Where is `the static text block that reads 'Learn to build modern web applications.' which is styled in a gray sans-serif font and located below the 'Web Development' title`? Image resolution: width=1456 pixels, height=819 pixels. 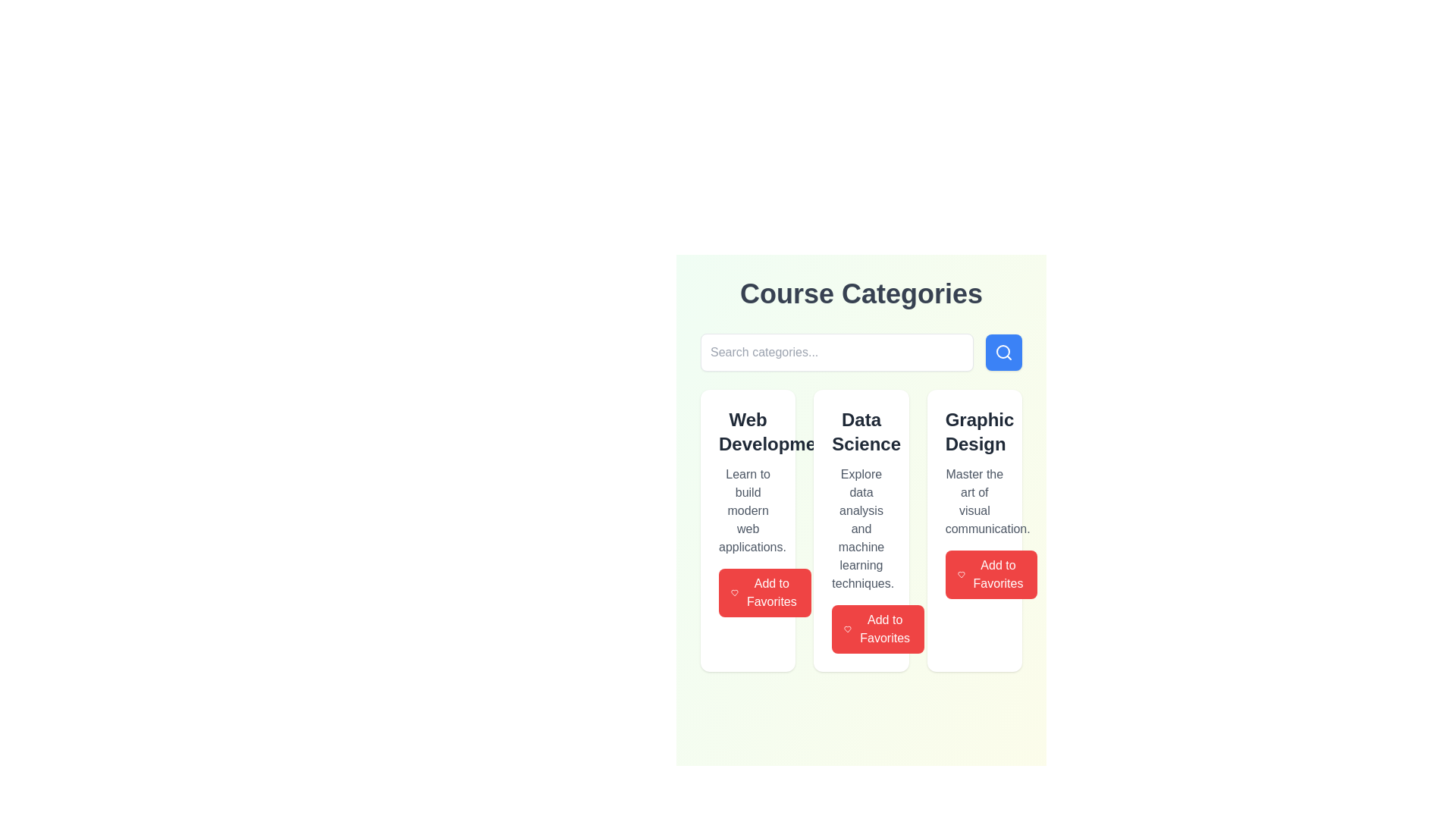
the static text block that reads 'Learn to build modern web applications.' which is styled in a gray sans-serif font and located below the 'Web Development' title is located at coordinates (748, 511).